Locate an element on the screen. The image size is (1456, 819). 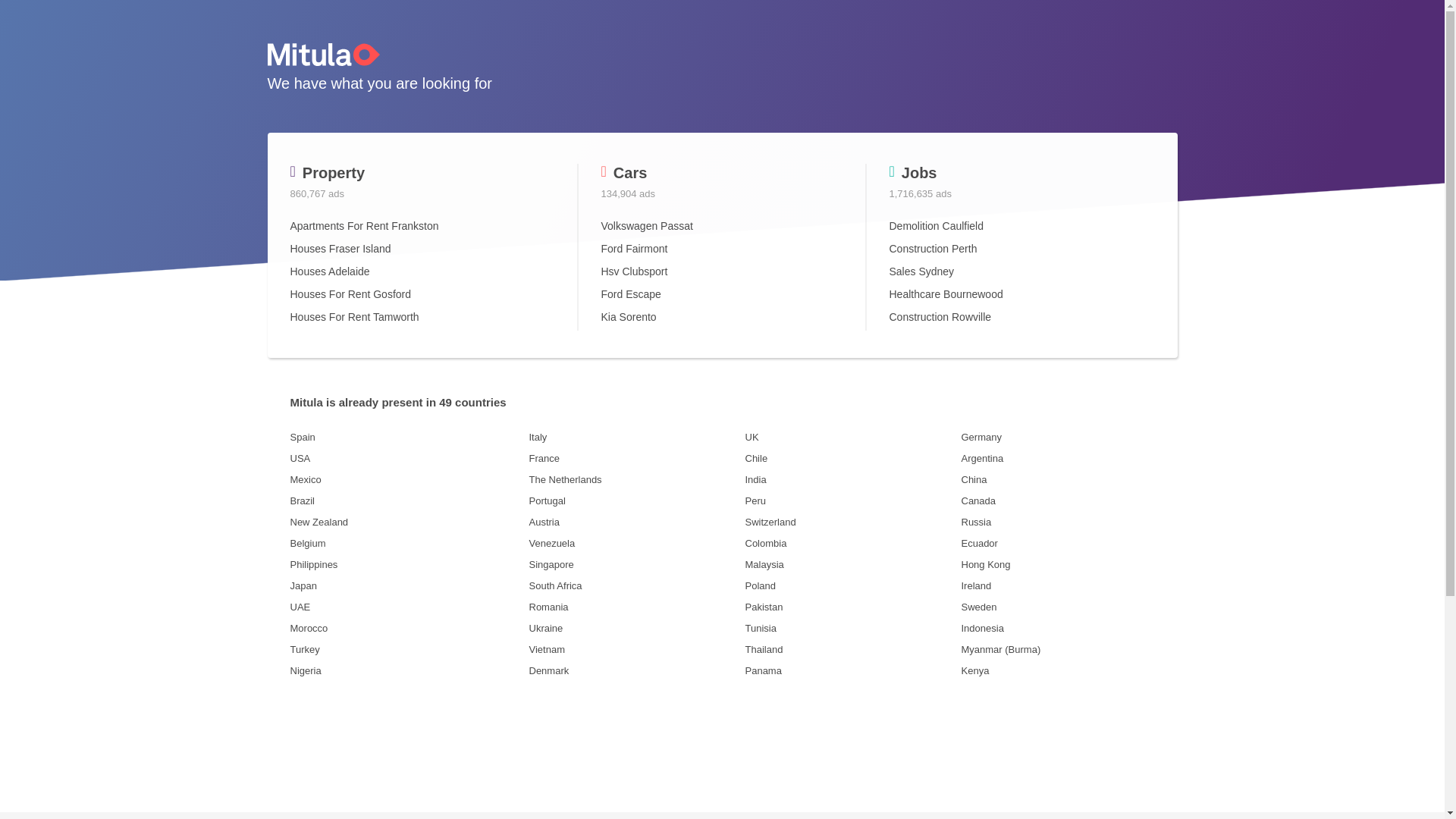
'Venezuela' is located at coordinates (626, 543).